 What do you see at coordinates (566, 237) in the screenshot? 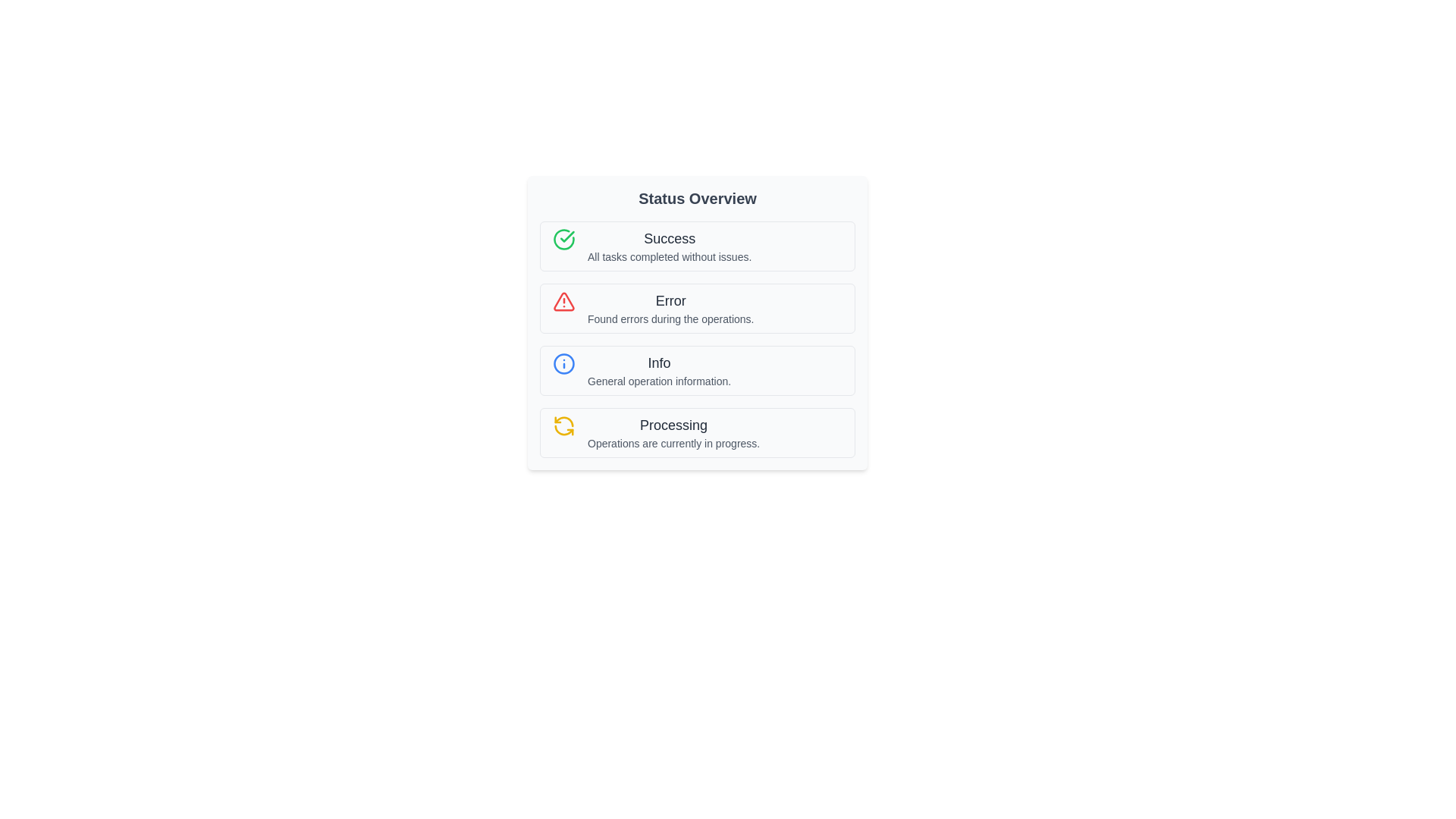
I see `the SVG checkmark icon representing a success state in the top-left corner of the 'Success' section of the 'Status Overview' panel` at bounding box center [566, 237].